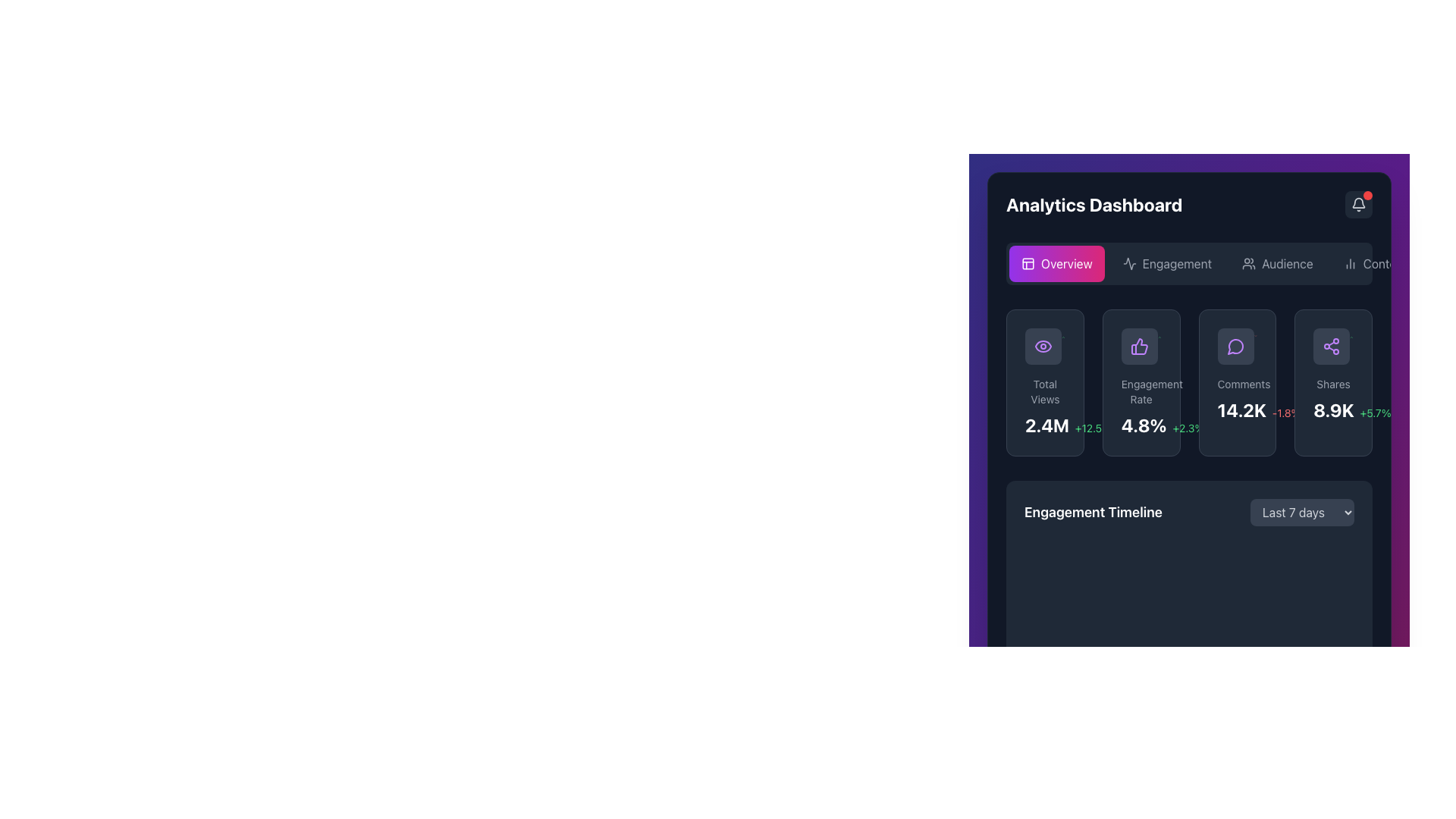 This screenshot has height=819, width=1456. Describe the element at coordinates (1141, 391) in the screenshot. I see `the text label displaying 'Engagement Rate' which is styled in a small gray font, positioned underneath the thumbs-up icon and above the value and percentage change indicators within the statistics box` at that location.